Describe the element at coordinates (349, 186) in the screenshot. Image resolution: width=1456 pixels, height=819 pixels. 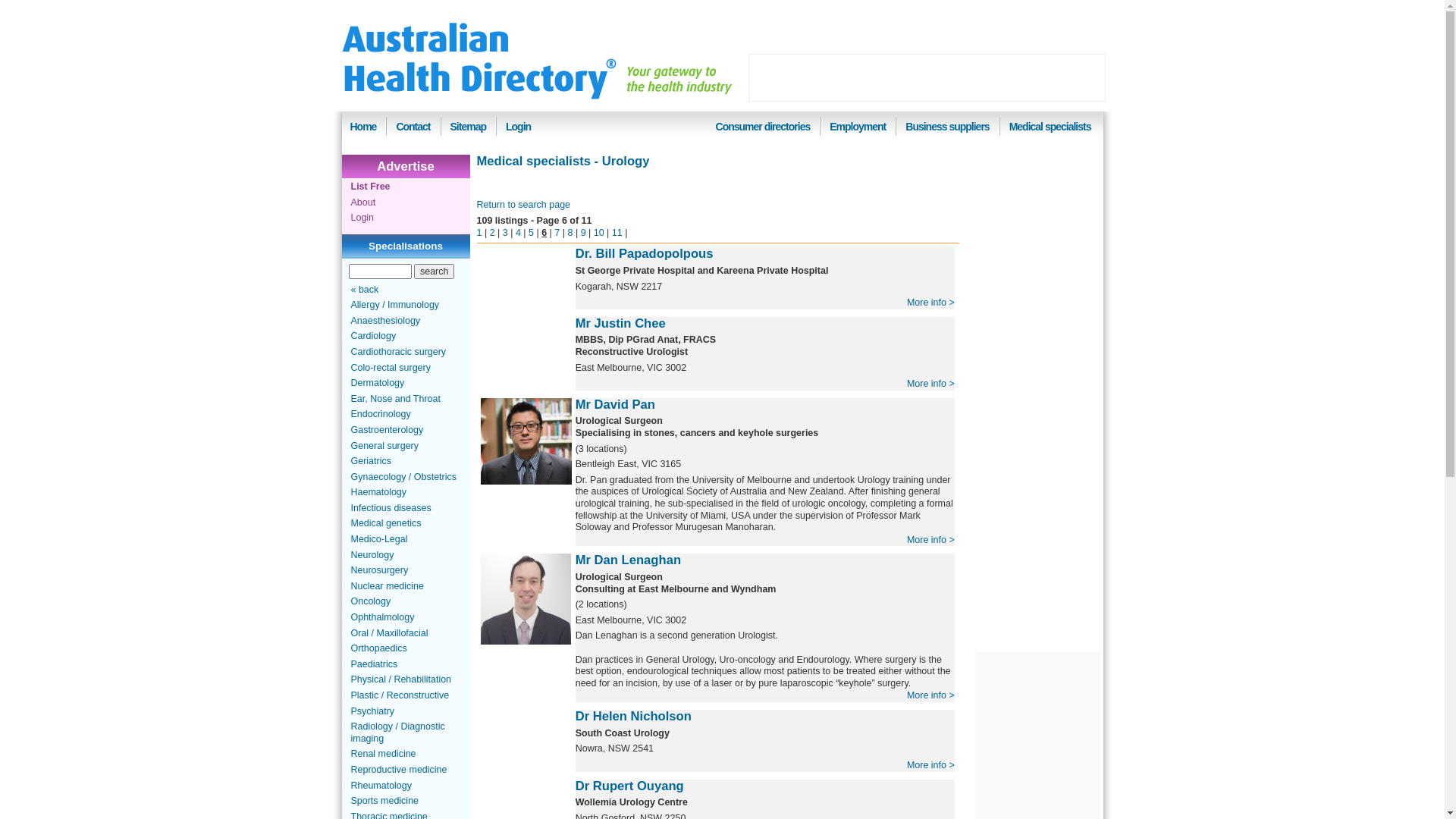
I see `'List Free'` at that location.